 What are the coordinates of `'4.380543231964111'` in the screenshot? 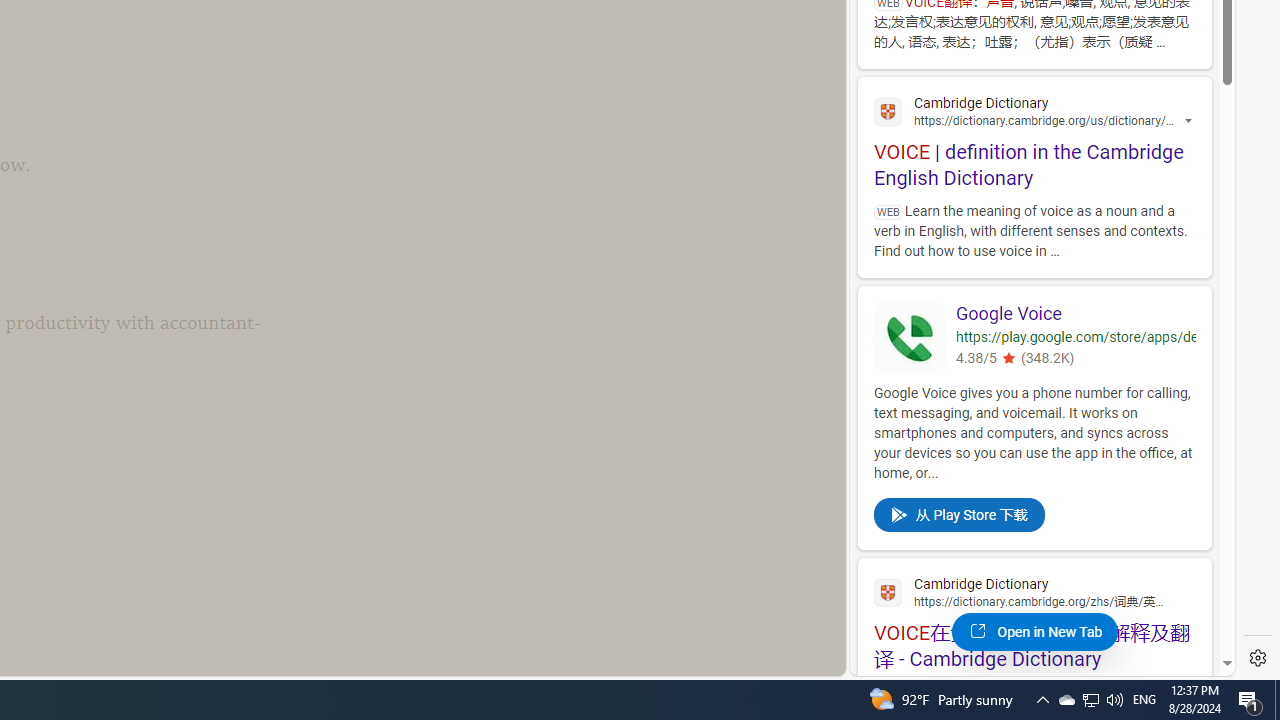 It's located at (1008, 357).